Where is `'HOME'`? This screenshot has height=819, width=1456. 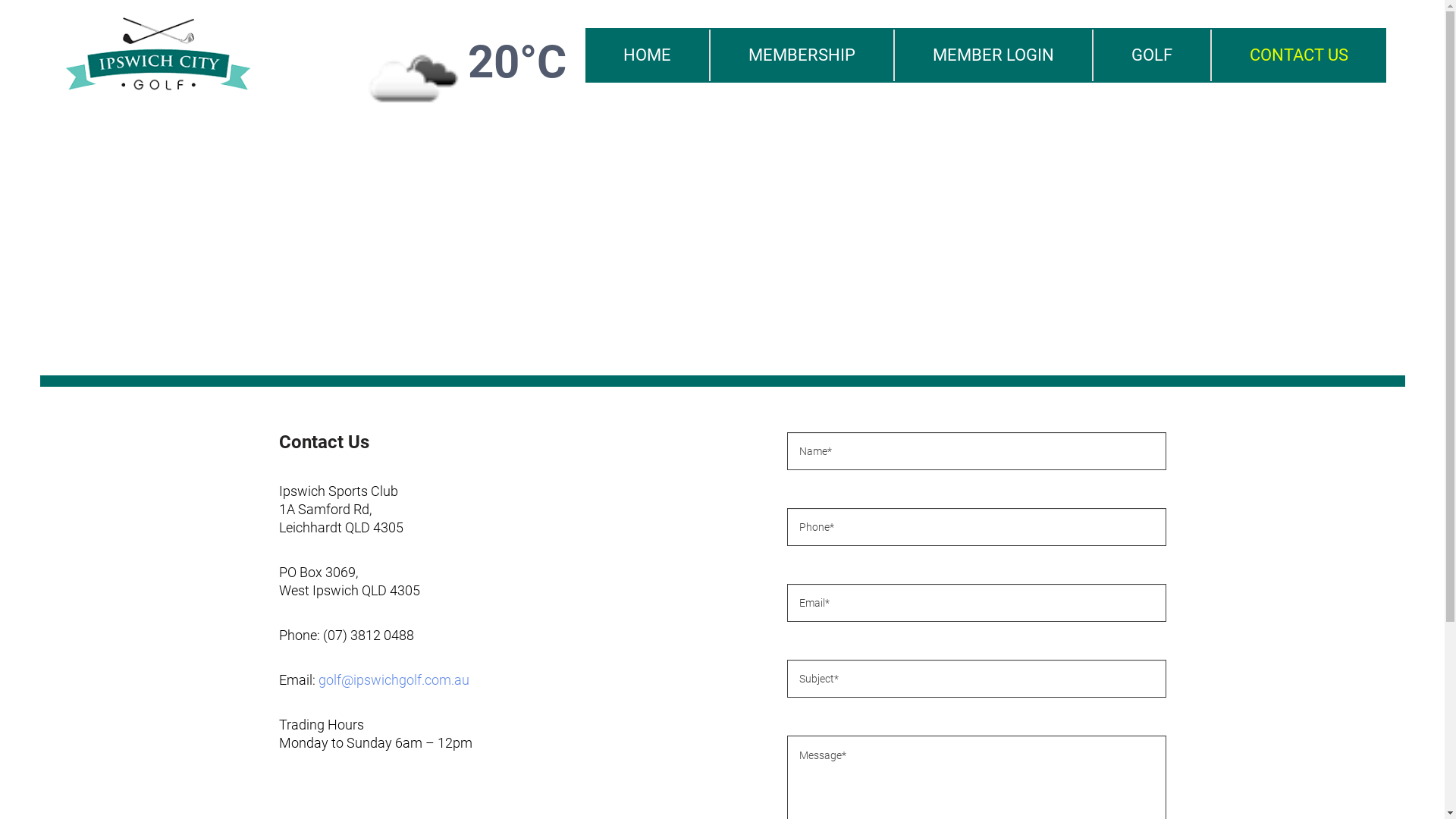 'HOME' is located at coordinates (647, 54).